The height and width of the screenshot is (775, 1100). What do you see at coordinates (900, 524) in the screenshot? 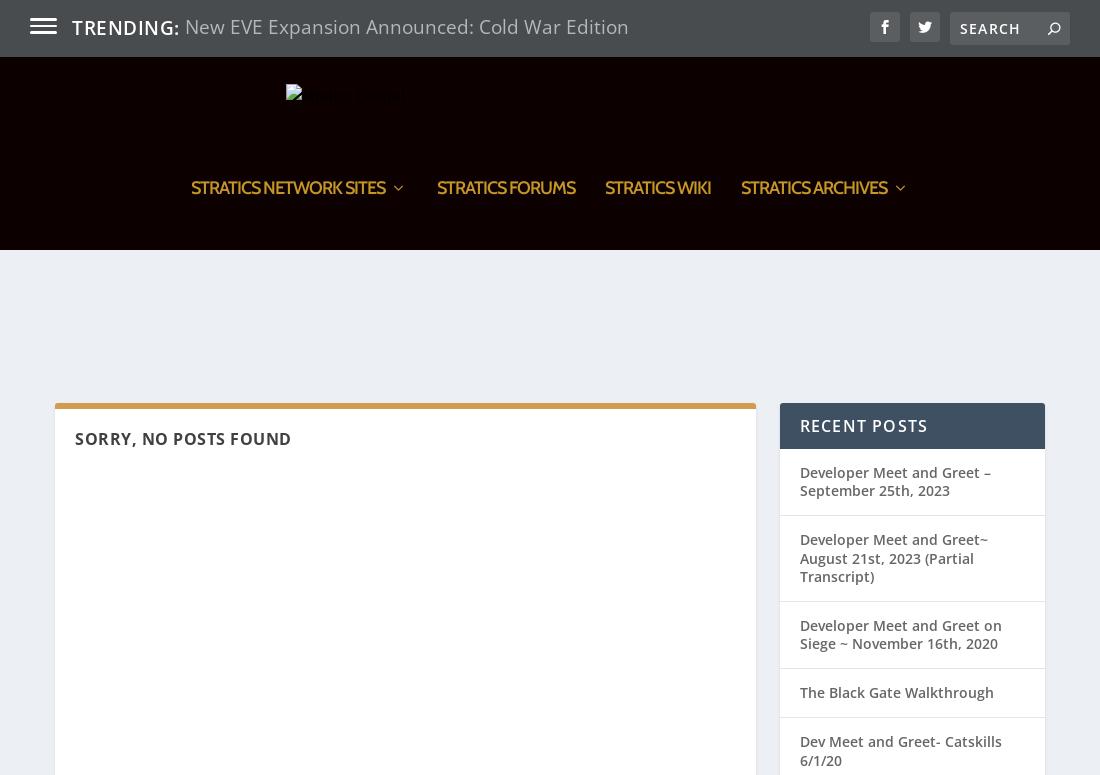
I see `'Developer Meet and Greet on Siege ~ November 16th, 2020'` at bounding box center [900, 524].